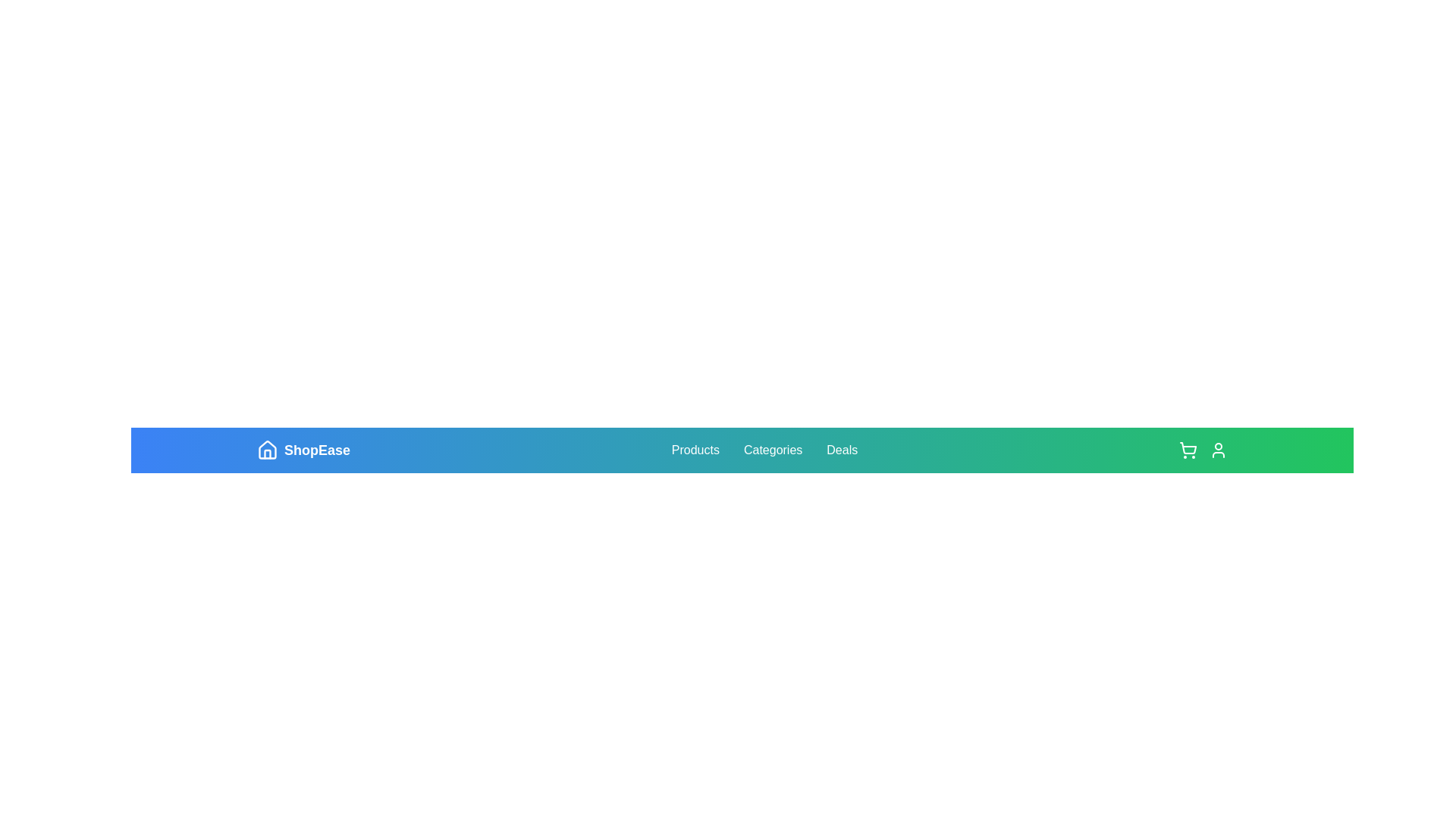  I want to click on the 'Categories' hyperlink in the navigation bar, so click(773, 450).